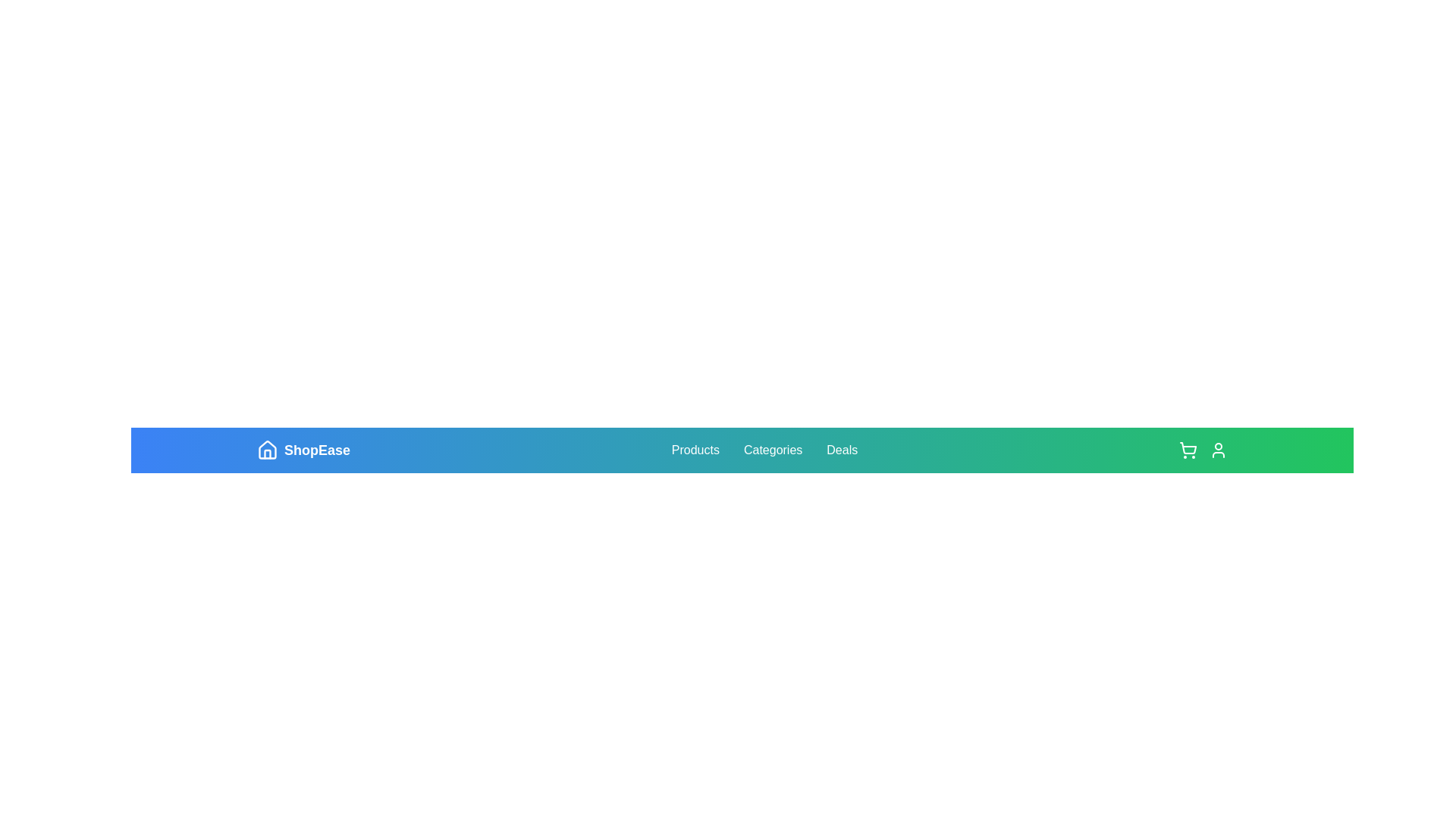  I want to click on the 'Categories' hyperlink in the navigation bar, so click(773, 450).